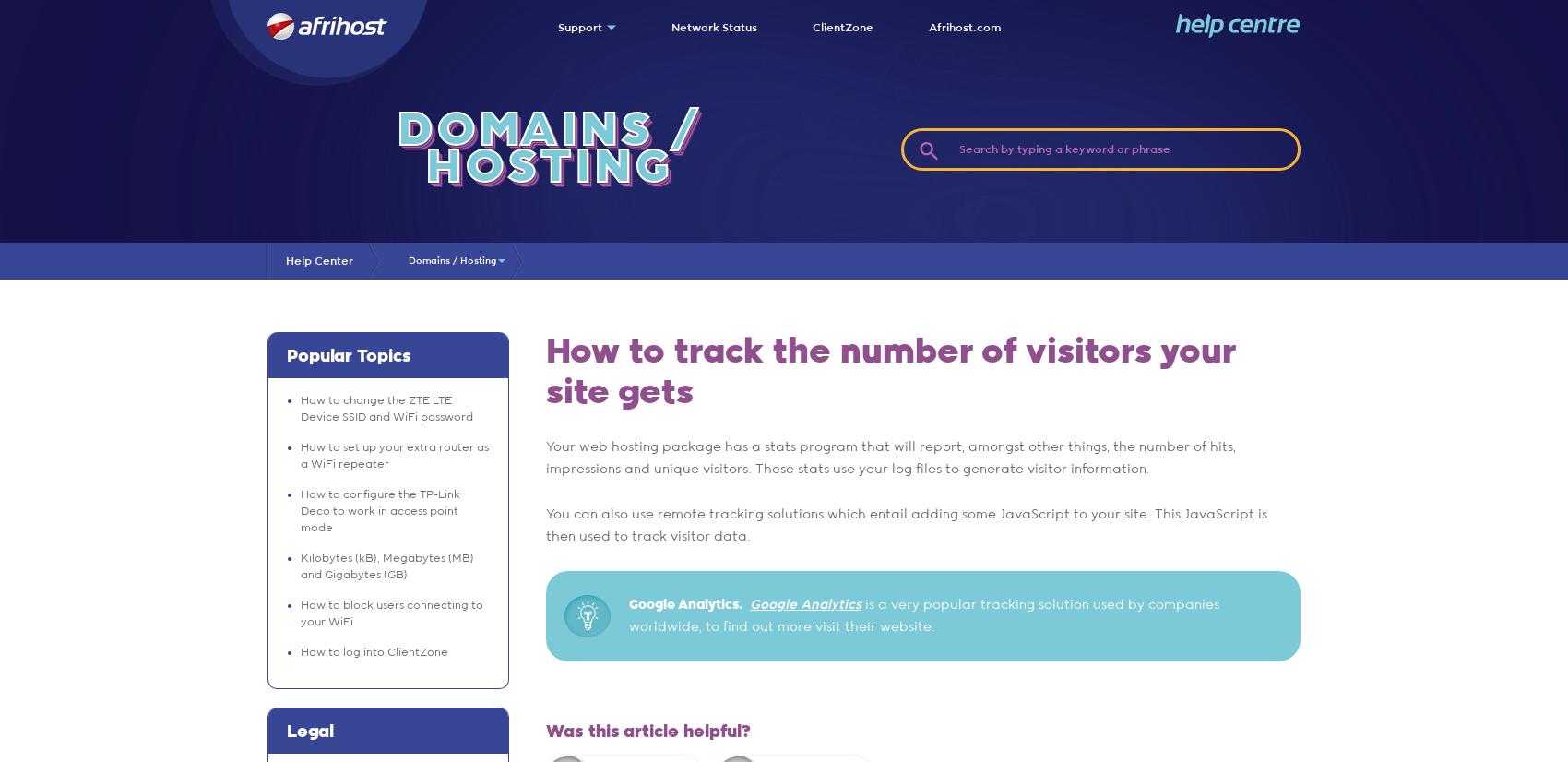 This screenshot has height=762, width=1568. I want to click on 'Submit a Ticket', so click(659, 356).